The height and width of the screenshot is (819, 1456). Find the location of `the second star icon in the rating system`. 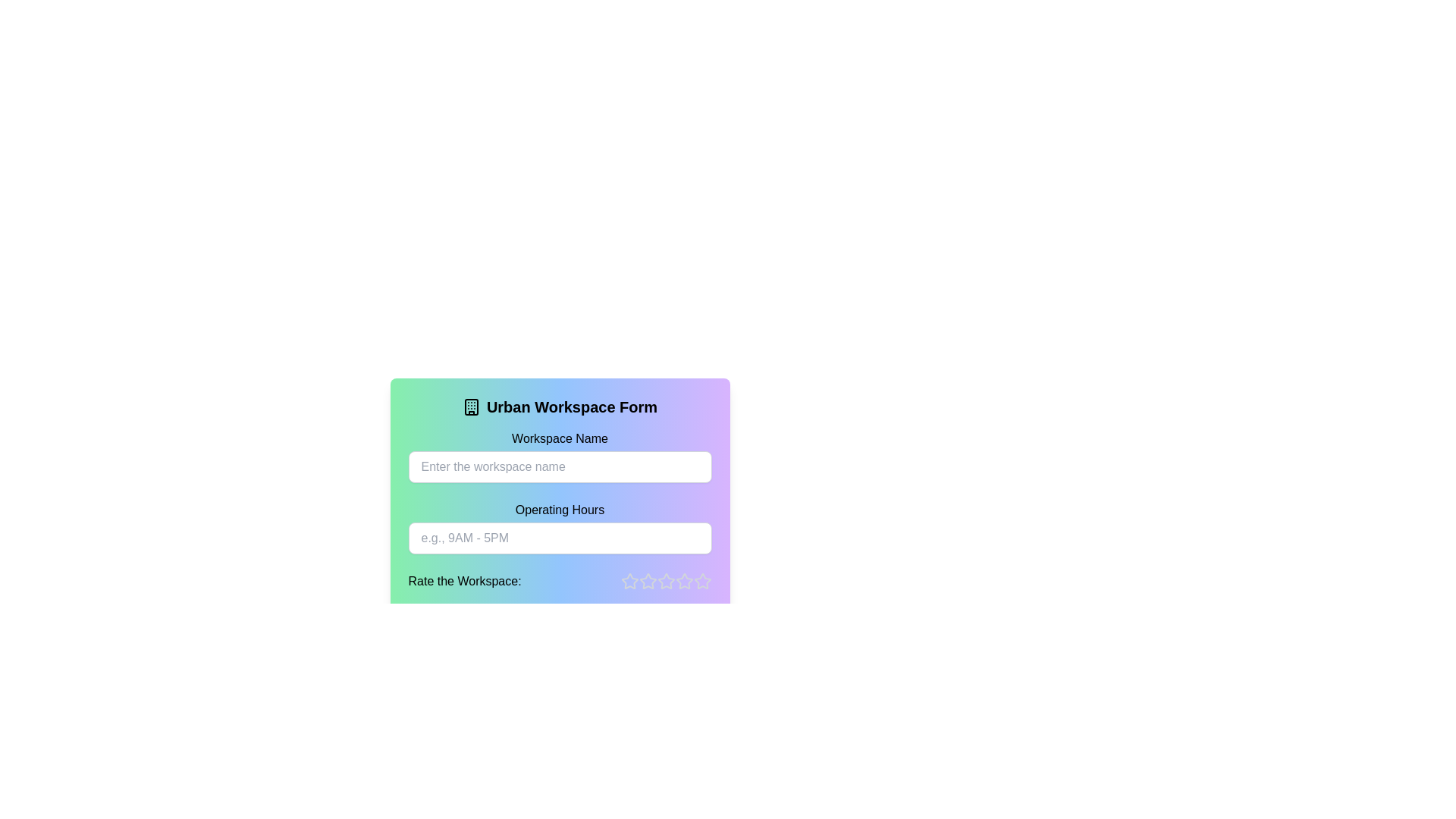

the second star icon in the rating system is located at coordinates (648, 580).